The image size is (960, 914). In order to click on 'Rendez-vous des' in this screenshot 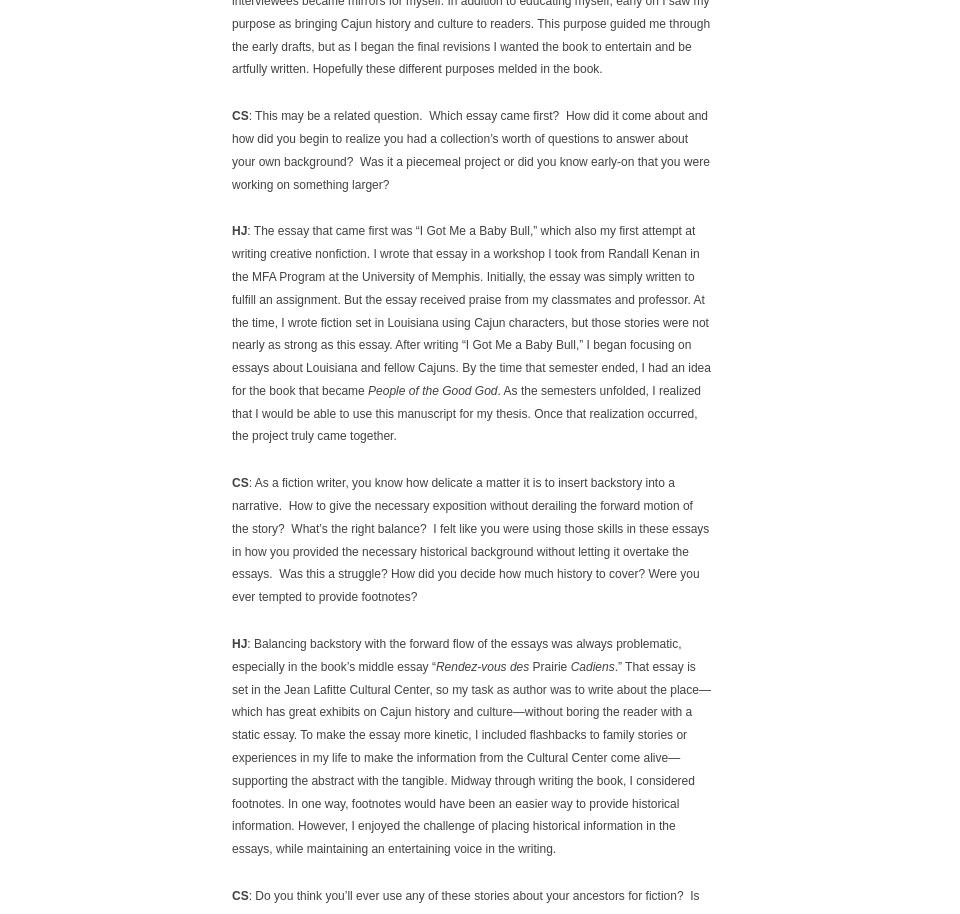, I will do `click(481, 666)`.